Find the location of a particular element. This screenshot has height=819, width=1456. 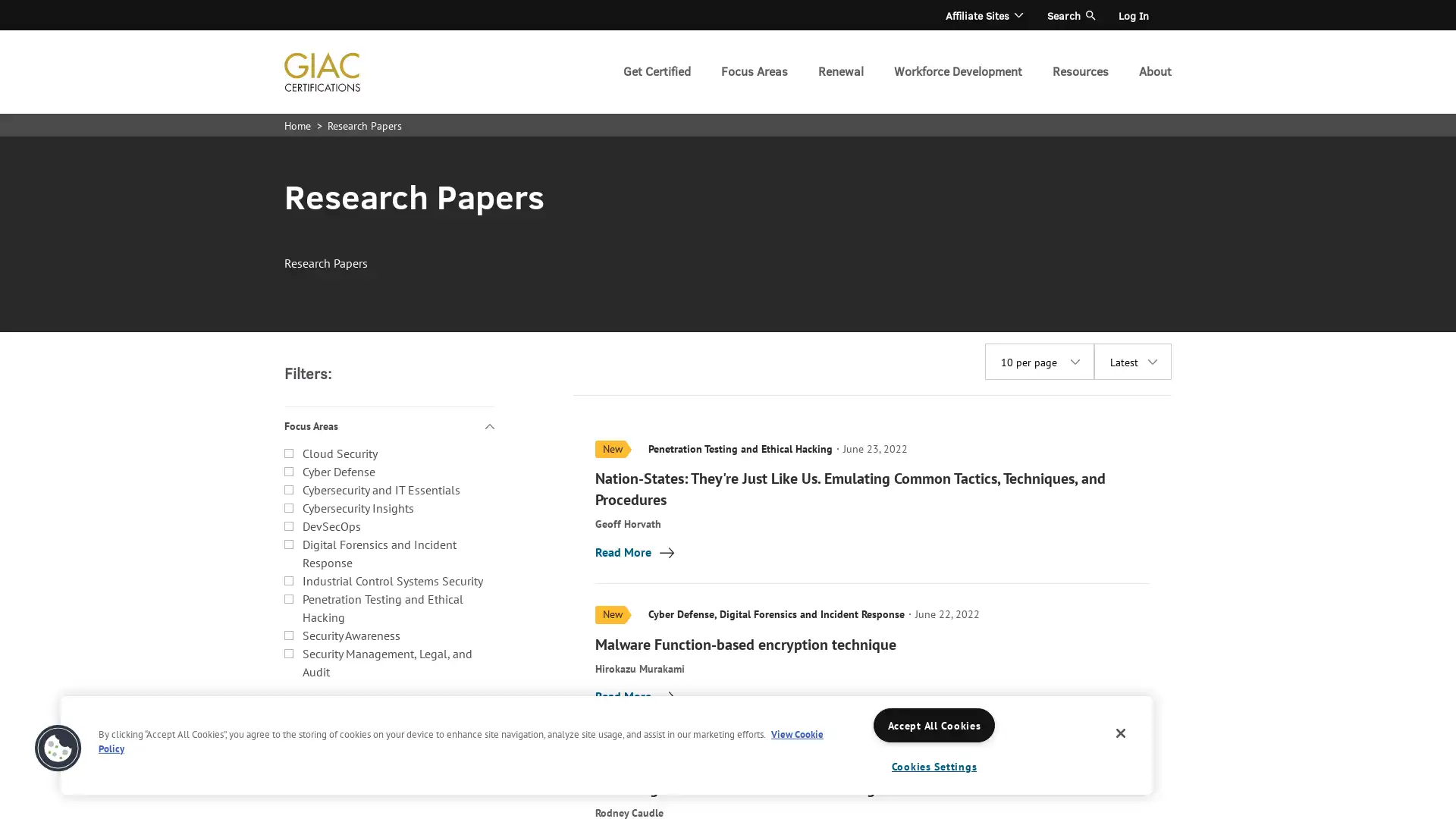

Cookies Settings is located at coordinates (934, 766).